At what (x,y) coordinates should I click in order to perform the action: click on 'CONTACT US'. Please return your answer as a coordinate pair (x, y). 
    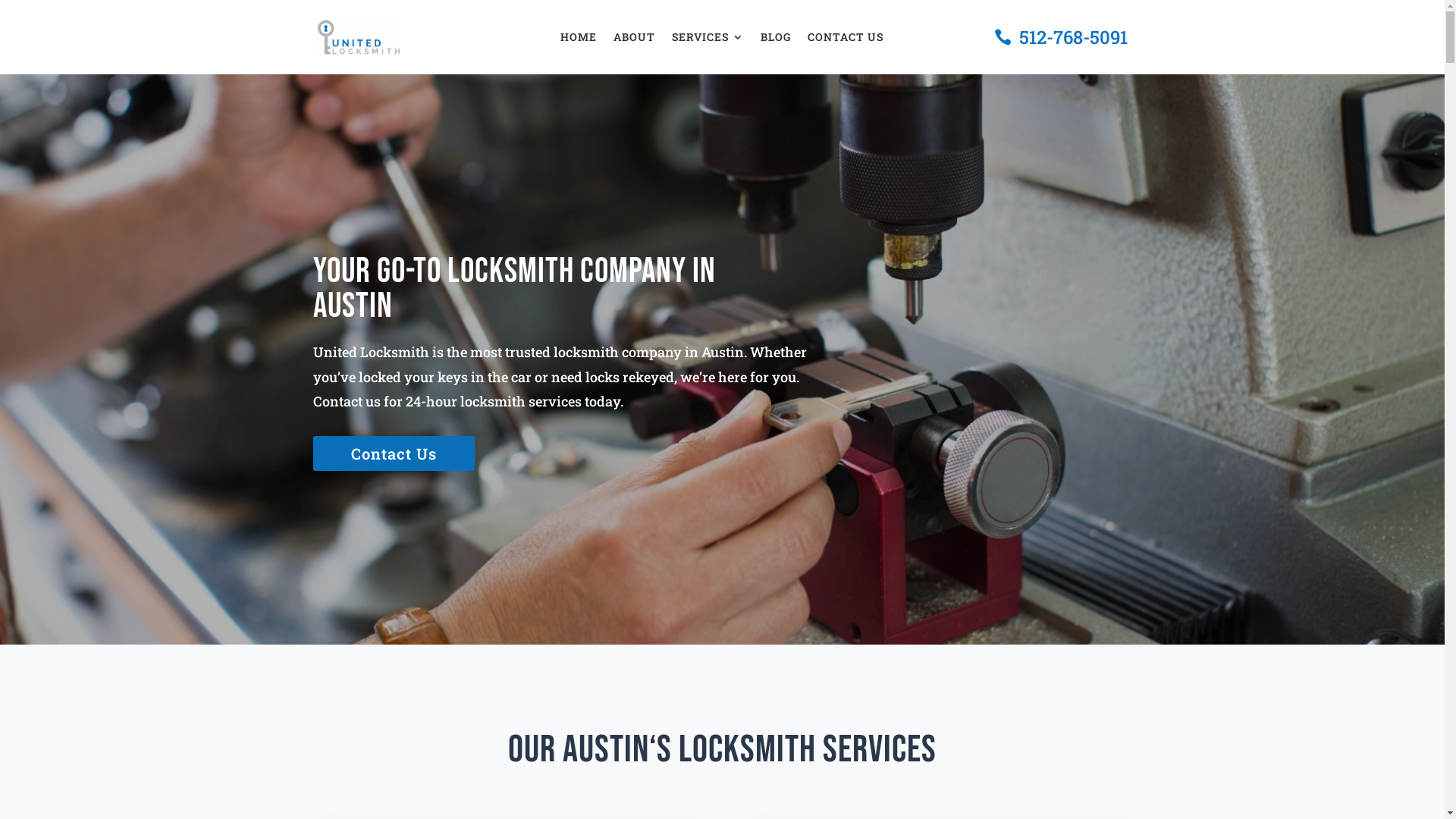
    Looking at the image, I should click on (844, 39).